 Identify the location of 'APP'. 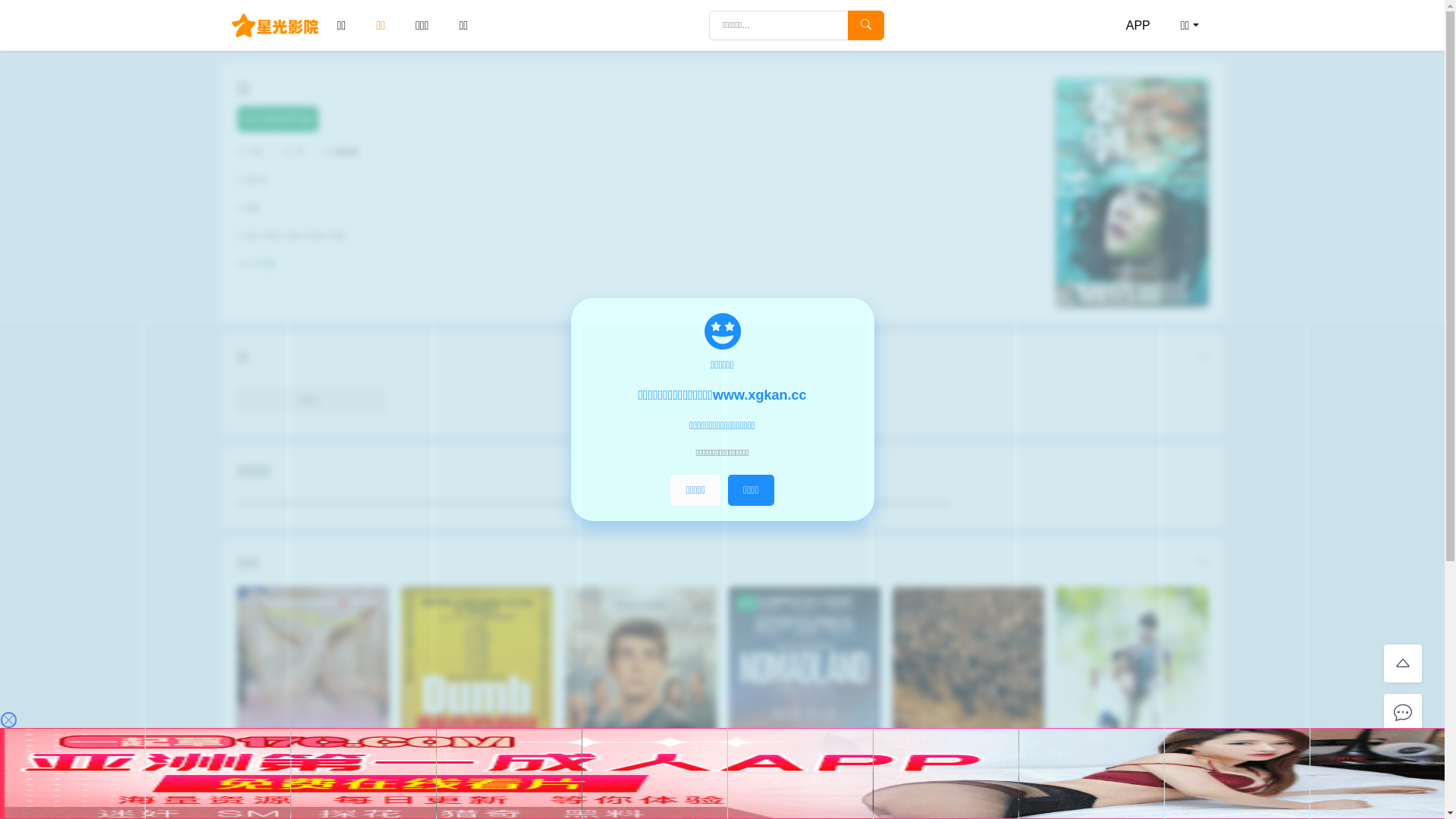
(1138, 26).